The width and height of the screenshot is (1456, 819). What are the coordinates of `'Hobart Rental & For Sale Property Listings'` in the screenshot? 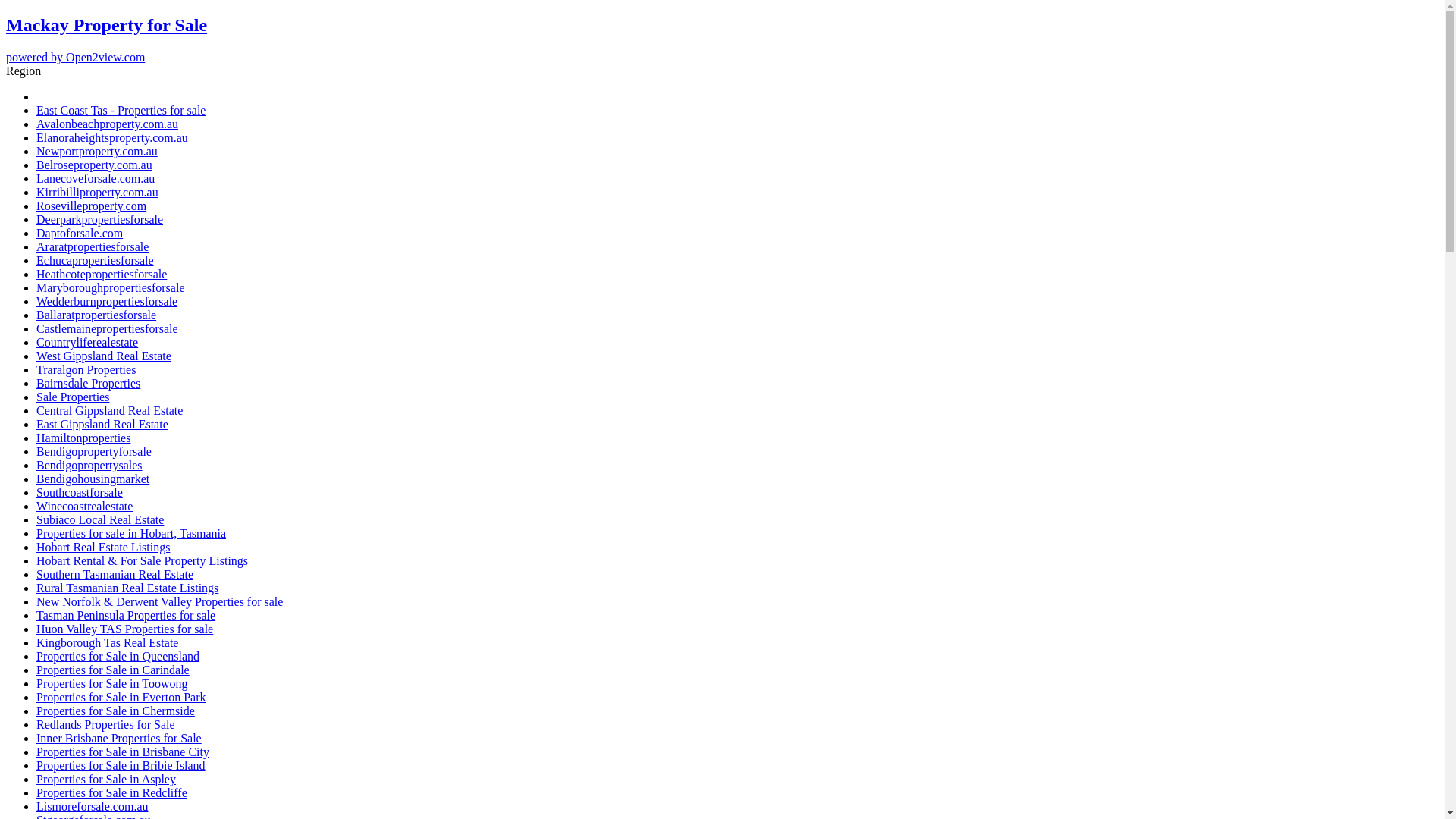 It's located at (142, 560).